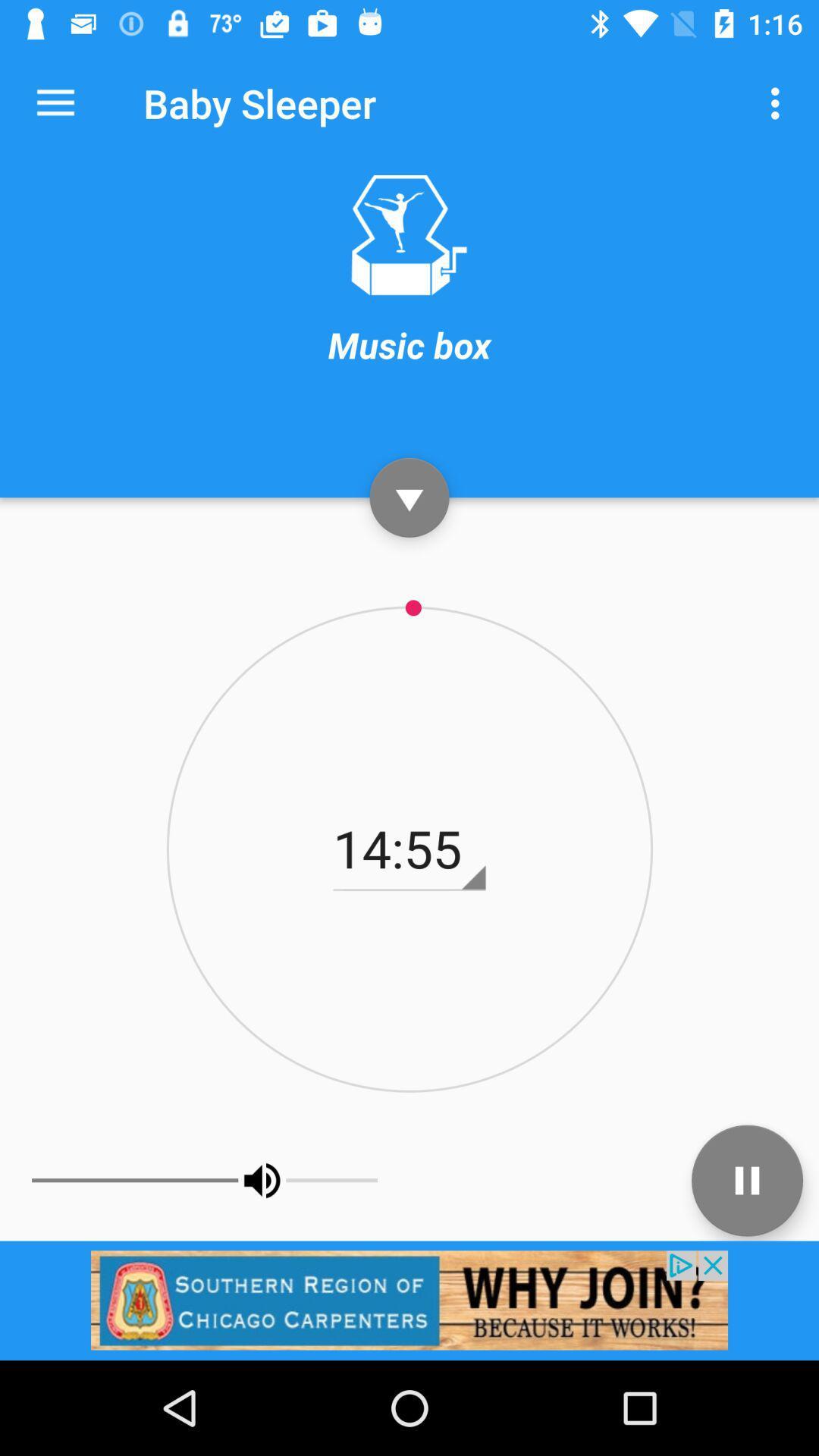 The height and width of the screenshot is (1456, 819). Describe the element at coordinates (746, 1179) in the screenshot. I see `the pause icon` at that location.